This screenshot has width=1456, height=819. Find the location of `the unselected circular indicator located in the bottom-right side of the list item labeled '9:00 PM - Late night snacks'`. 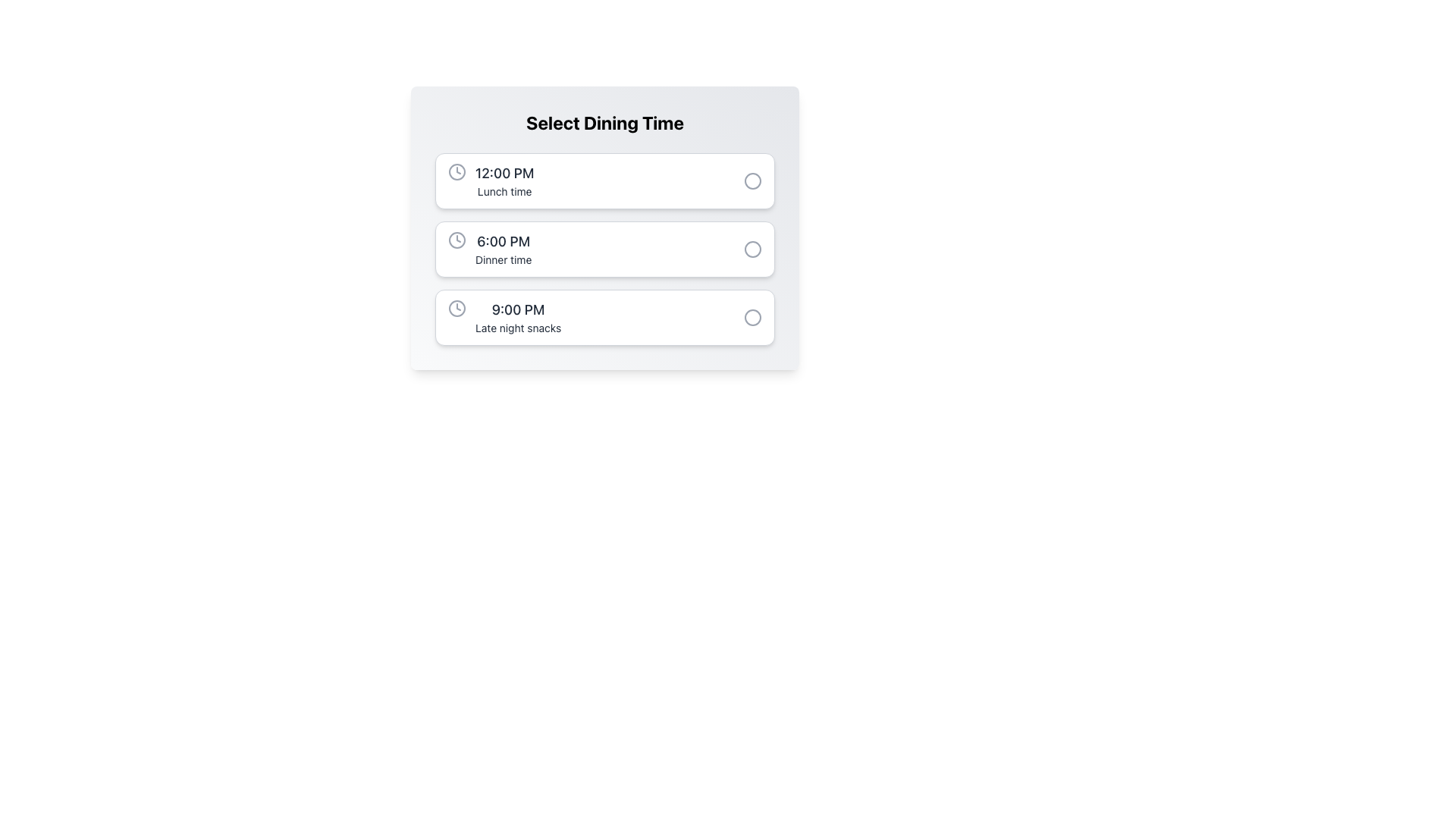

the unselected circular indicator located in the bottom-right side of the list item labeled '9:00 PM - Late night snacks' is located at coordinates (753, 317).